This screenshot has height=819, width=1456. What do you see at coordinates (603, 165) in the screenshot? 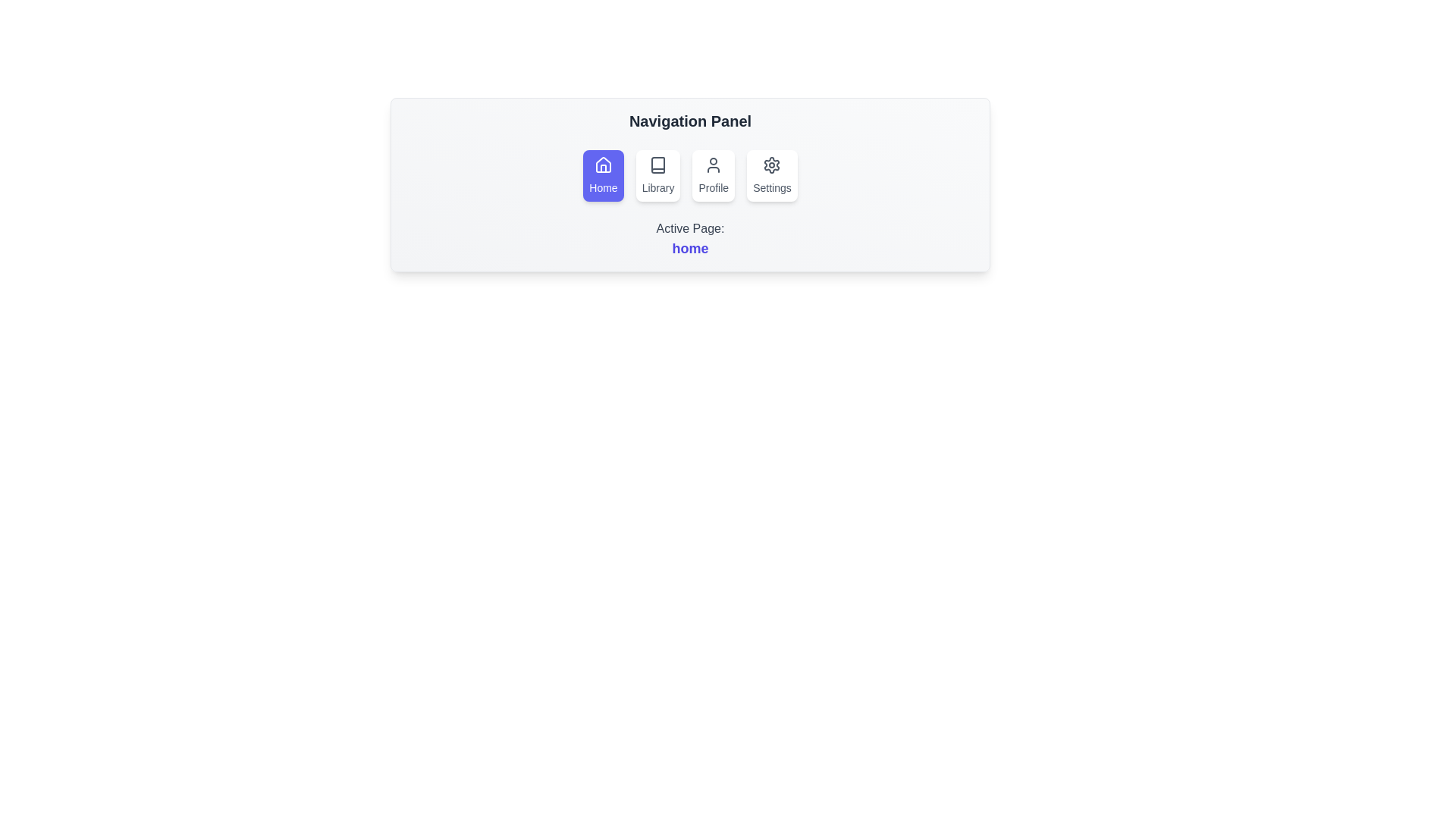
I see `the house icon located above the 'Home' text in the navigation panel` at bounding box center [603, 165].